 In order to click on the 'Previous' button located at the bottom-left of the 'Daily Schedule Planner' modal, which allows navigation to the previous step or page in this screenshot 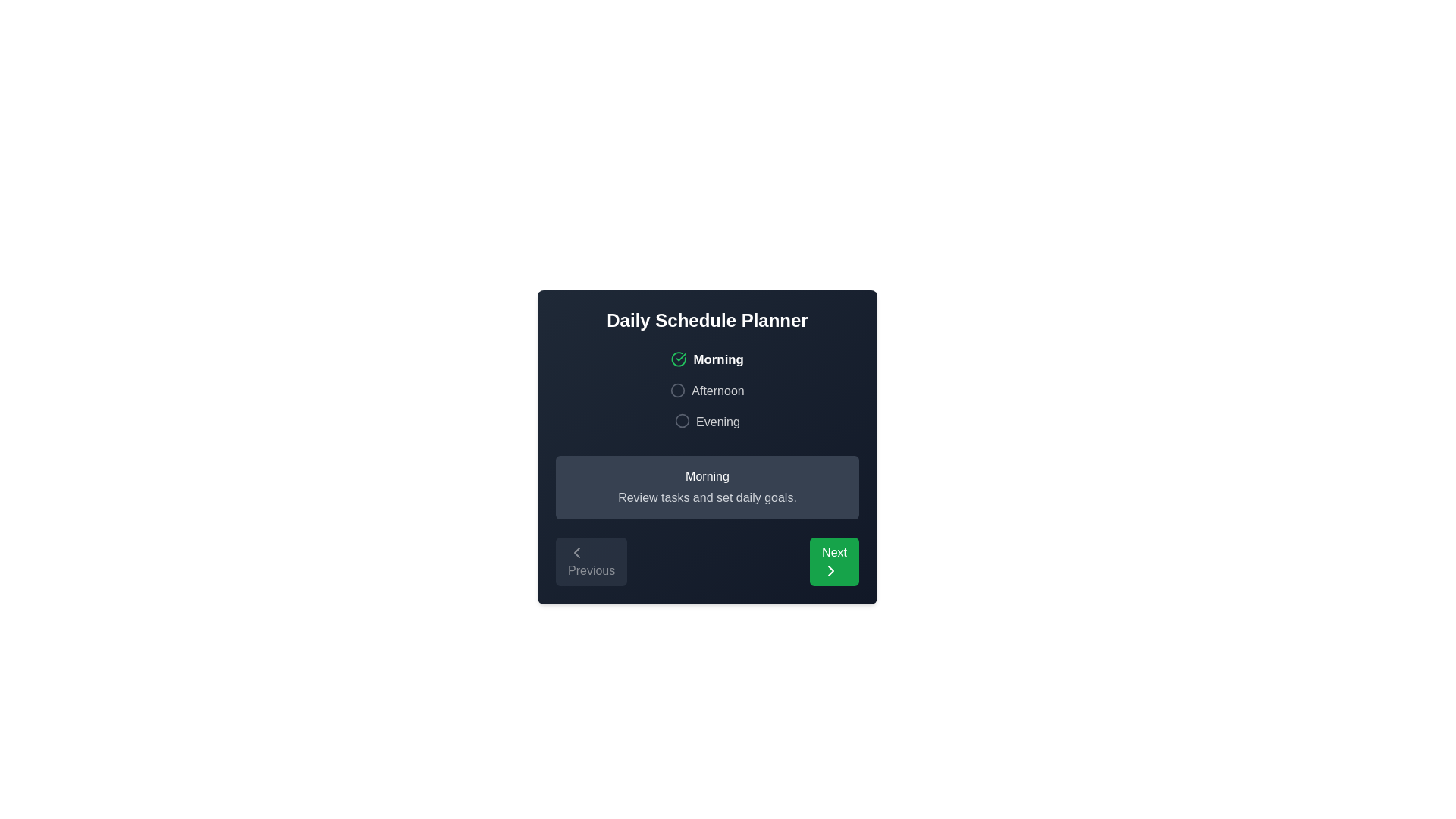, I will do `click(591, 562)`.